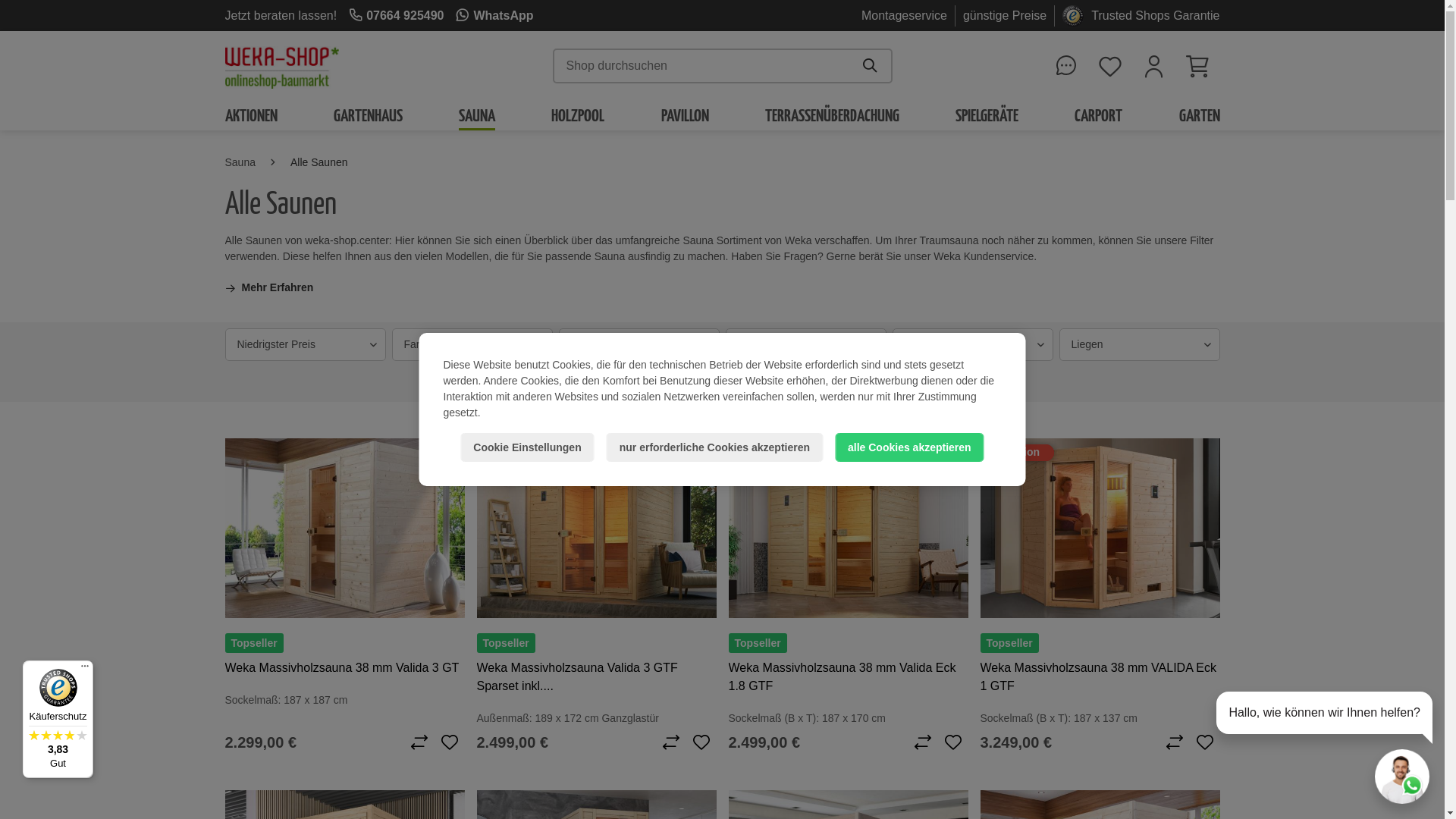  I want to click on 'Cookie Einstellungen', so click(459, 447).